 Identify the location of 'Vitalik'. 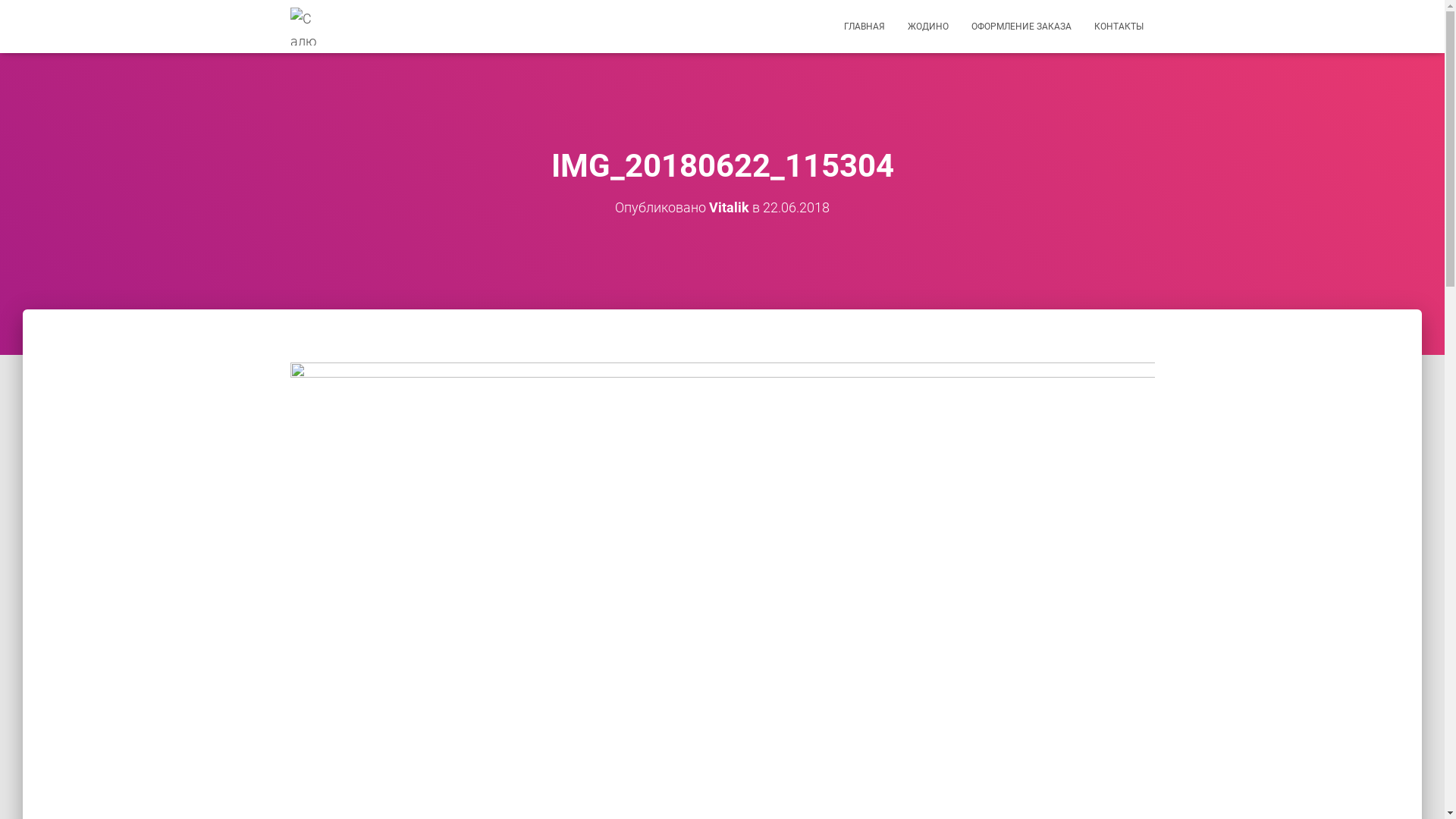
(708, 207).